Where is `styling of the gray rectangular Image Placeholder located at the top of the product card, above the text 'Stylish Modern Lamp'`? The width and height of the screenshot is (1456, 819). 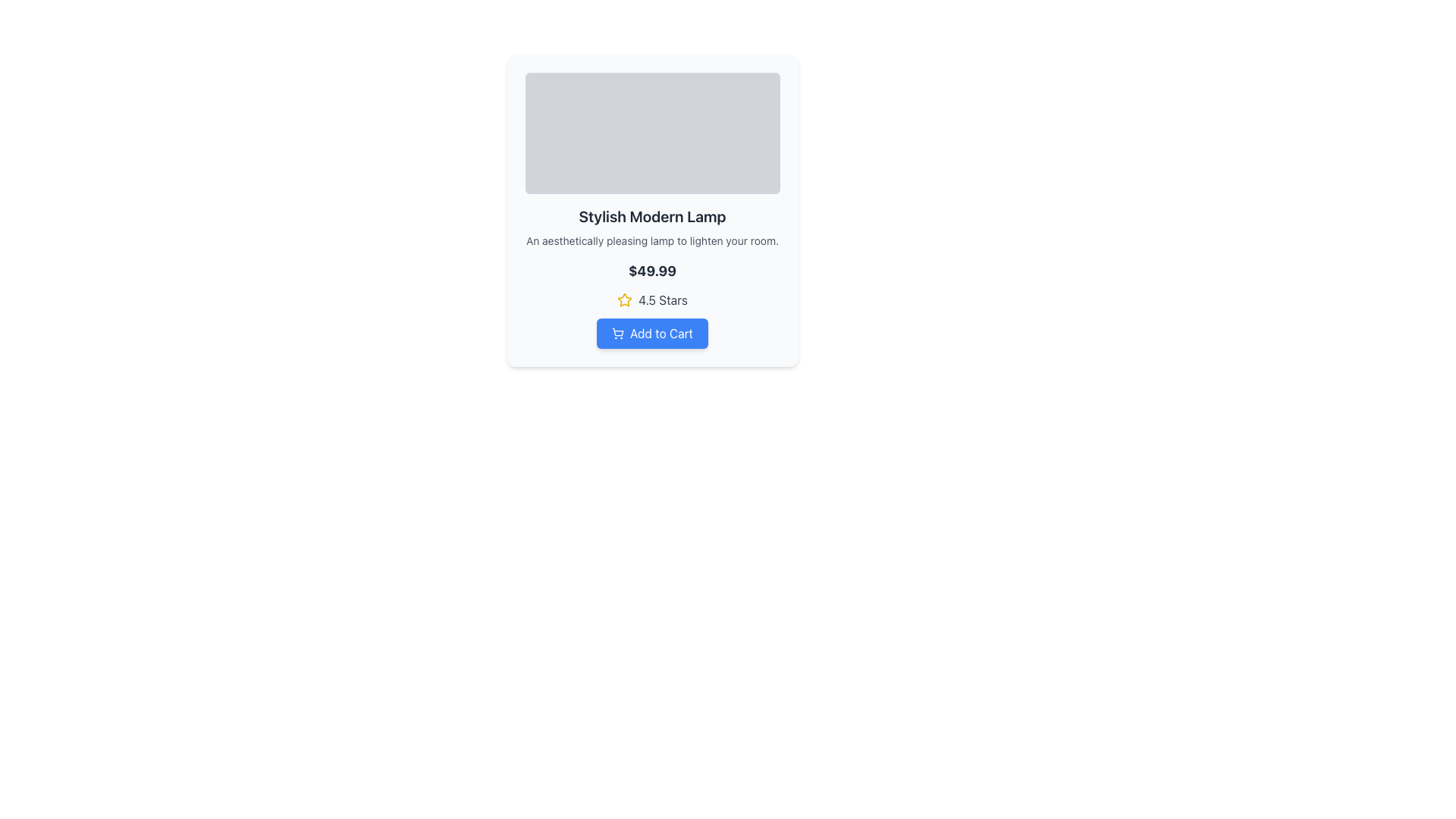 styling of the gray rectangular Image Placeholder located at the top of the product card, above the text 'Stylish Modern Lamp' is located at coordinates (652, 133).